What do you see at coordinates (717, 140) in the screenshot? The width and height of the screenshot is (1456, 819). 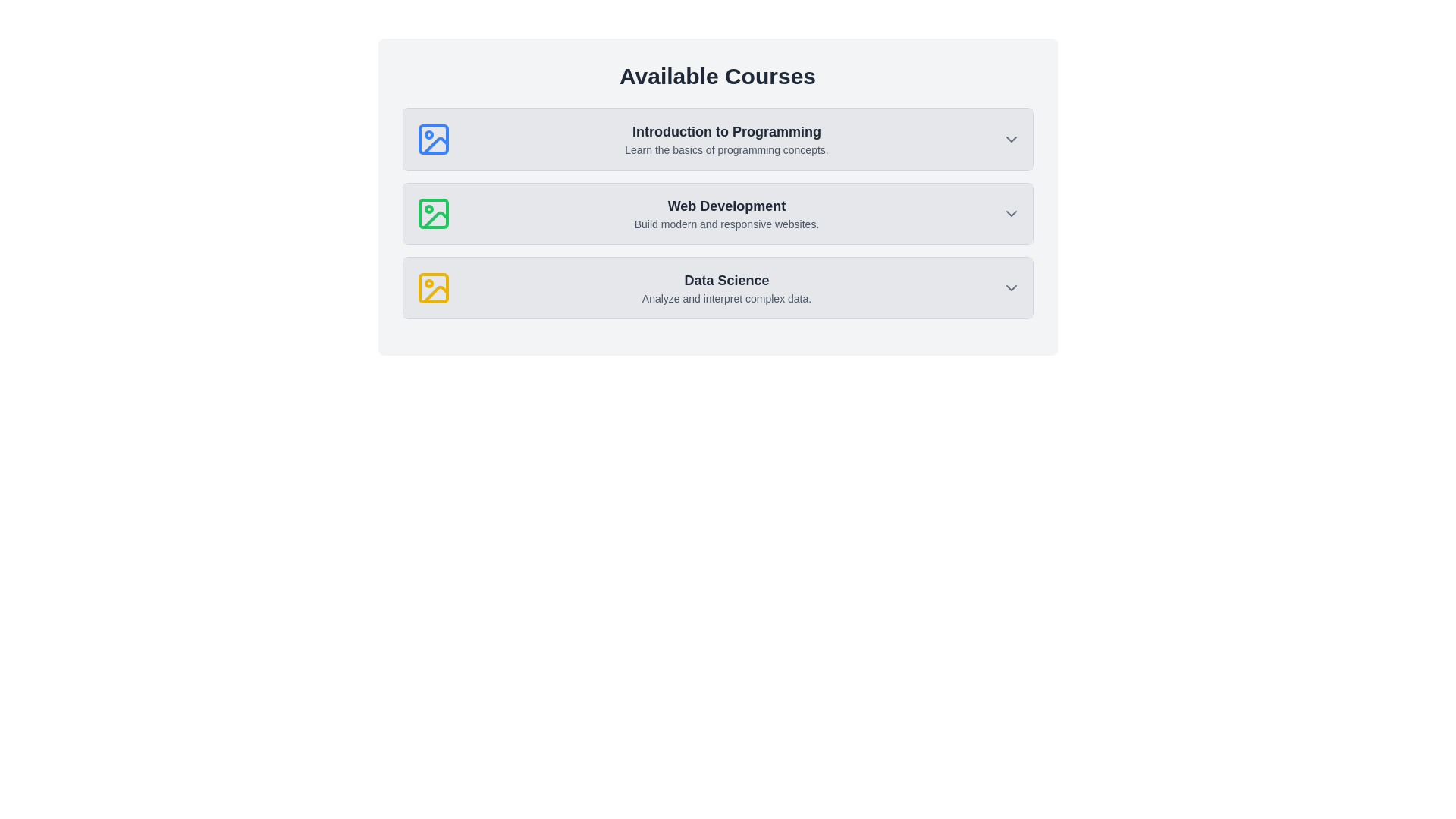 I see `the list item representing the course titled 'Introduction to Programming' located under the heading 'Available Courses'` at bounding box center [717, 140].